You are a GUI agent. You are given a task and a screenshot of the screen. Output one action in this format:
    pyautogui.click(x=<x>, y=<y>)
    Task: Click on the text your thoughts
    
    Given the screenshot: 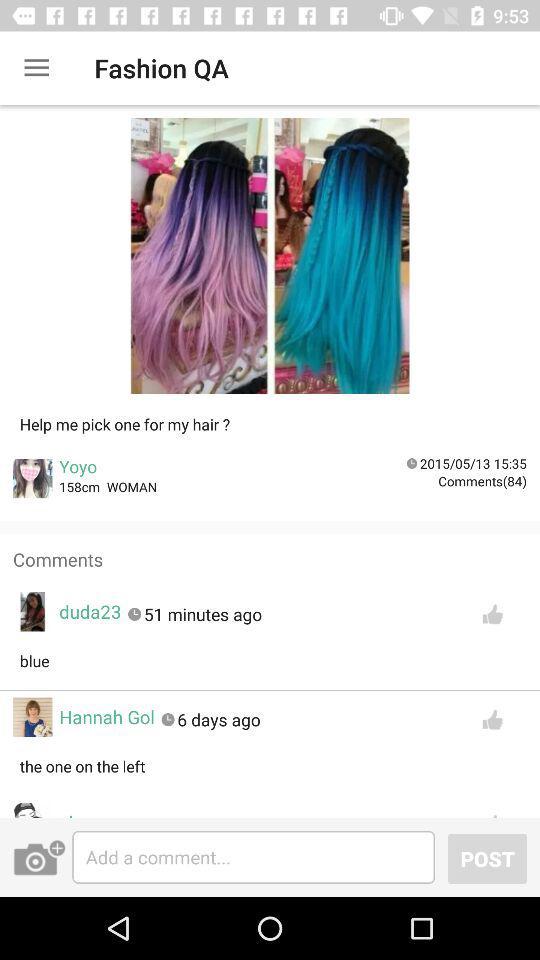 What is the action you would take?
    pyautogui.click(x=253, y=856)
    